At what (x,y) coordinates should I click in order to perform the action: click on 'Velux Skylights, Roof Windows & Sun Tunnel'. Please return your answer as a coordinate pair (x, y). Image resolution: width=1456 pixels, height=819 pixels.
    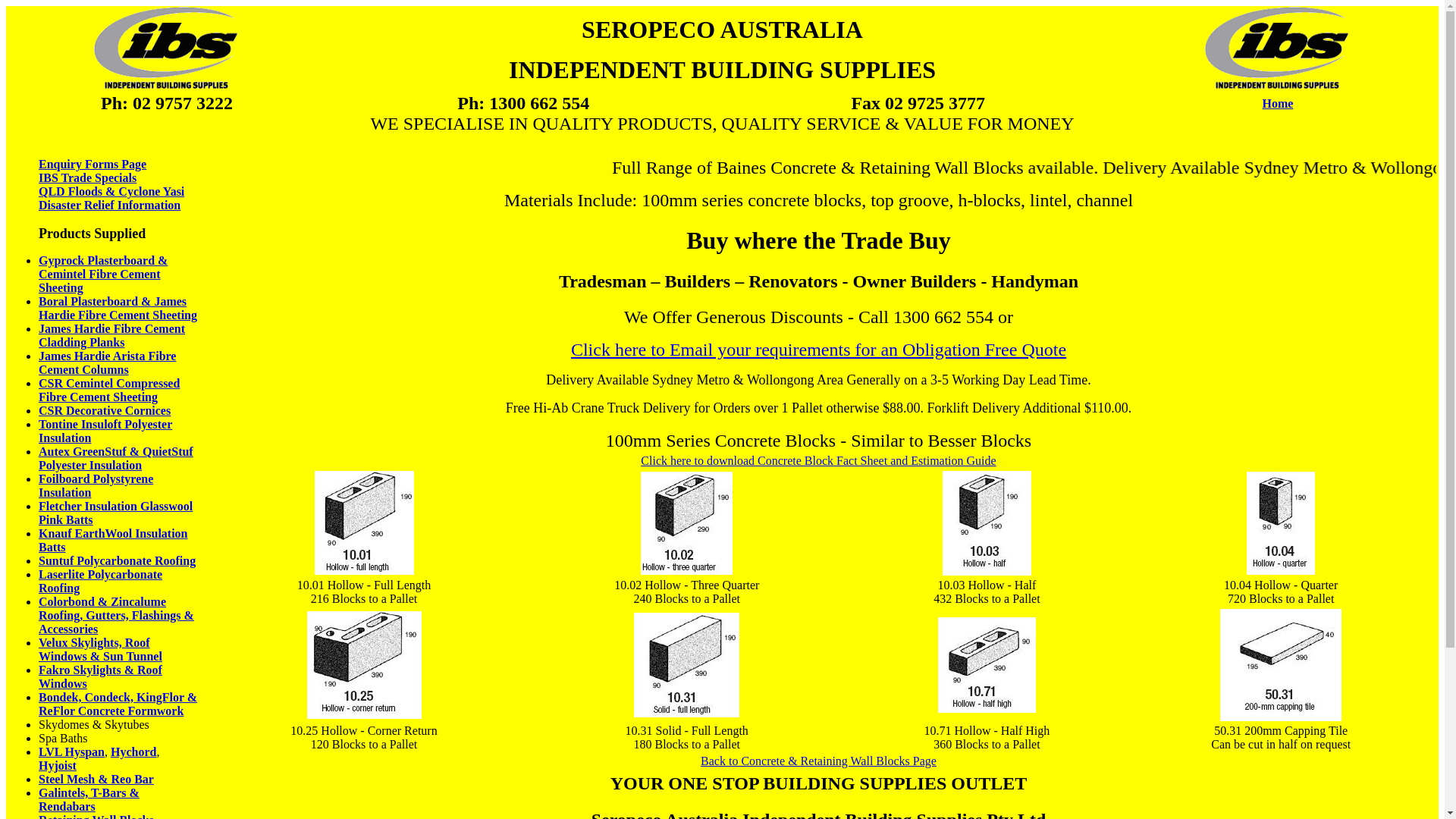
    Looking at the image, I should click on (39, 648).